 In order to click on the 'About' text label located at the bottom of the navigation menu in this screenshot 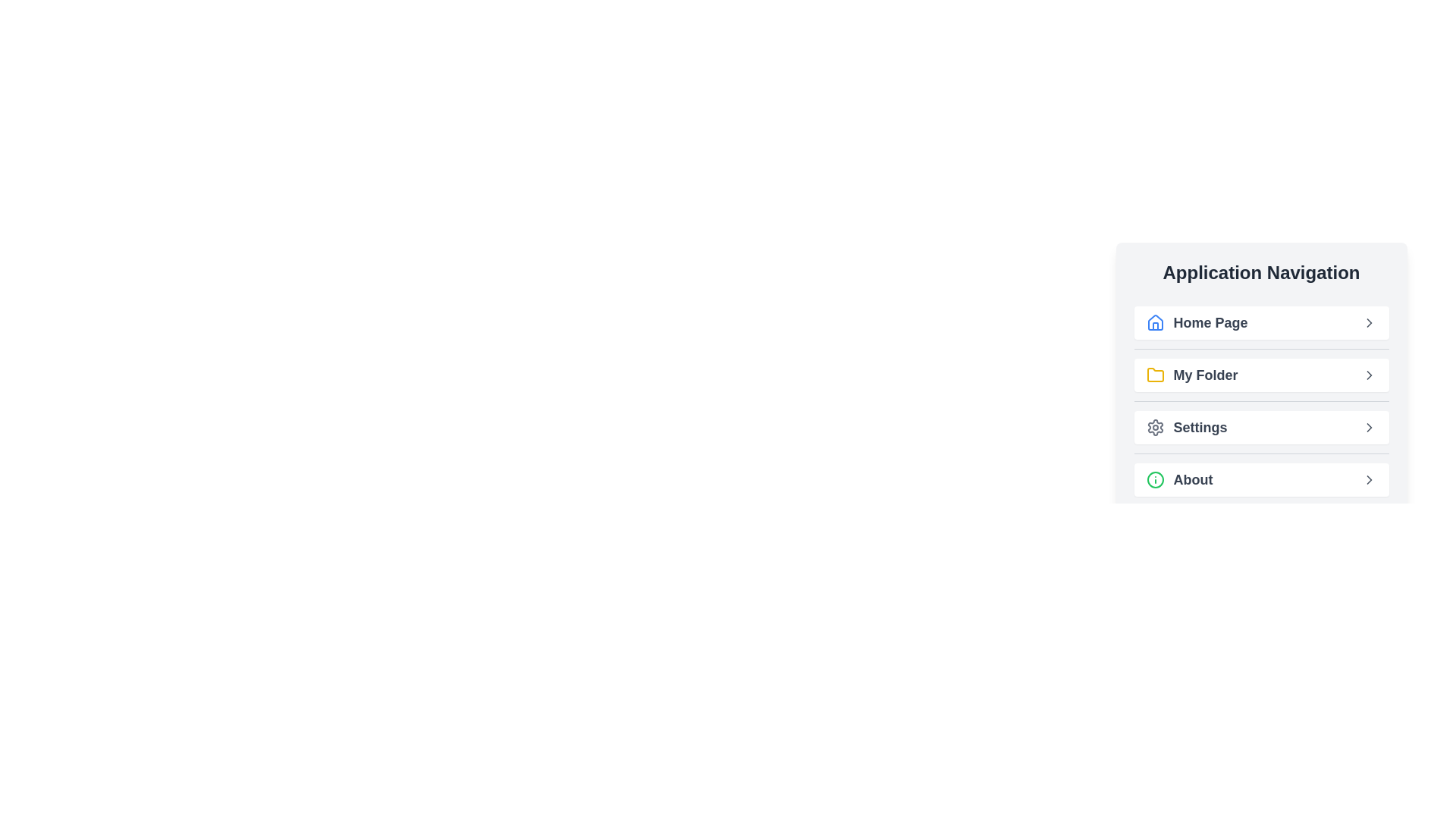, I will do `click(1192, 479)`.